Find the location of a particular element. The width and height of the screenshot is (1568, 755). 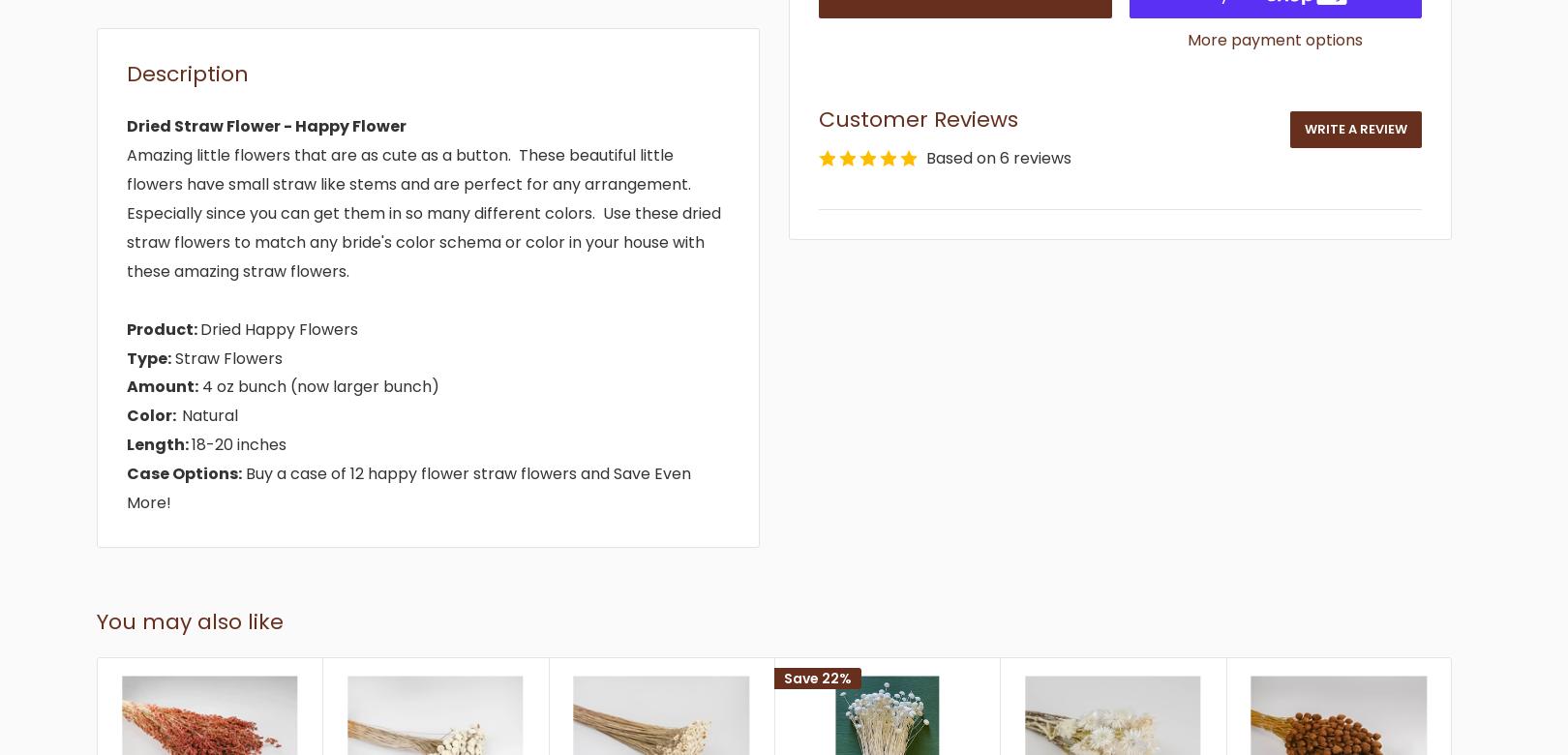

'Color:' is located at coordinates (154, 415).